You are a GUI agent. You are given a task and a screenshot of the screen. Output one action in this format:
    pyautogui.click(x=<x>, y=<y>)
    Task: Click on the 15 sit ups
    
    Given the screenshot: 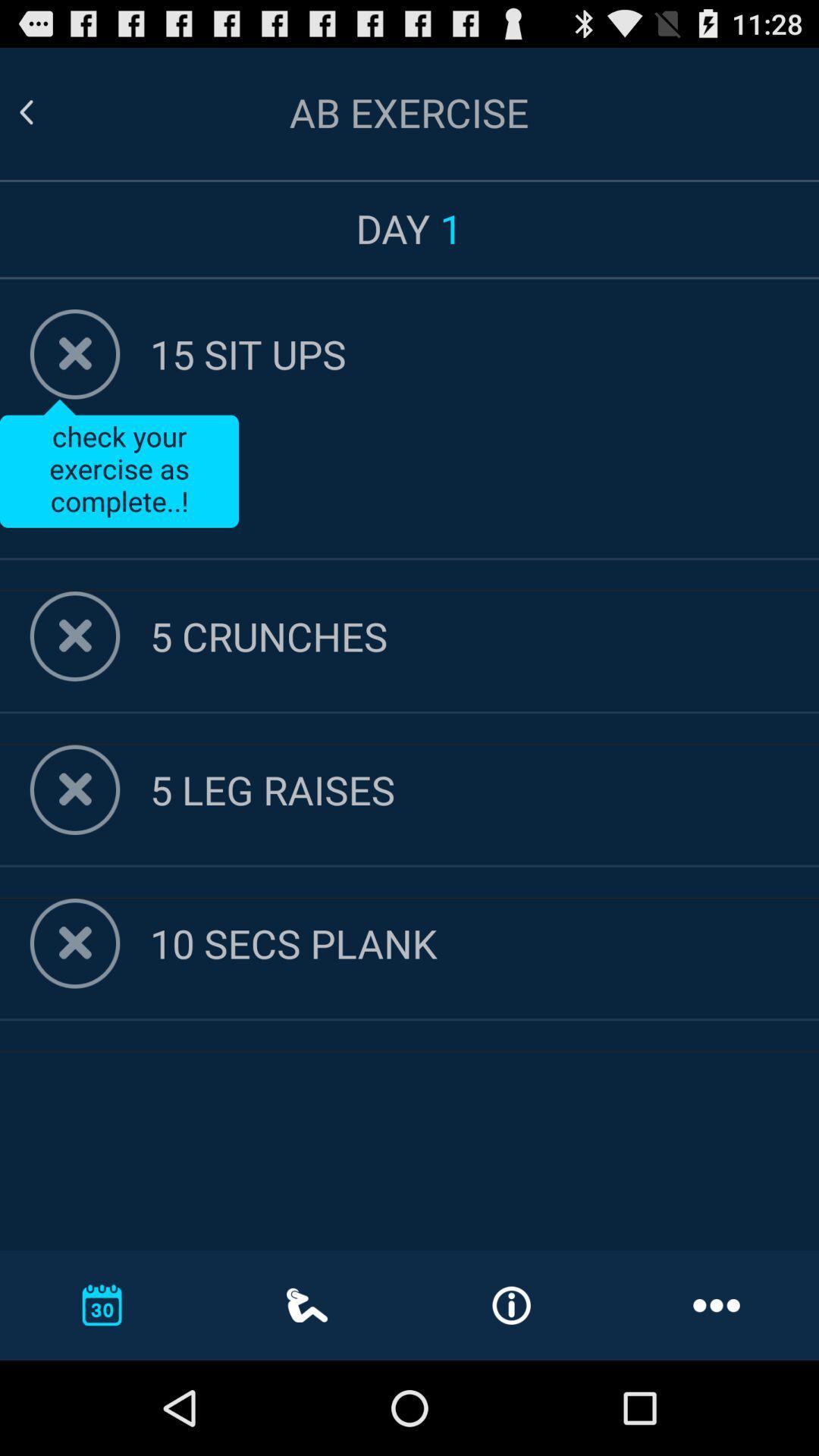 What is the action you would take?
    pyautogui.click(x=485, y=353)
    